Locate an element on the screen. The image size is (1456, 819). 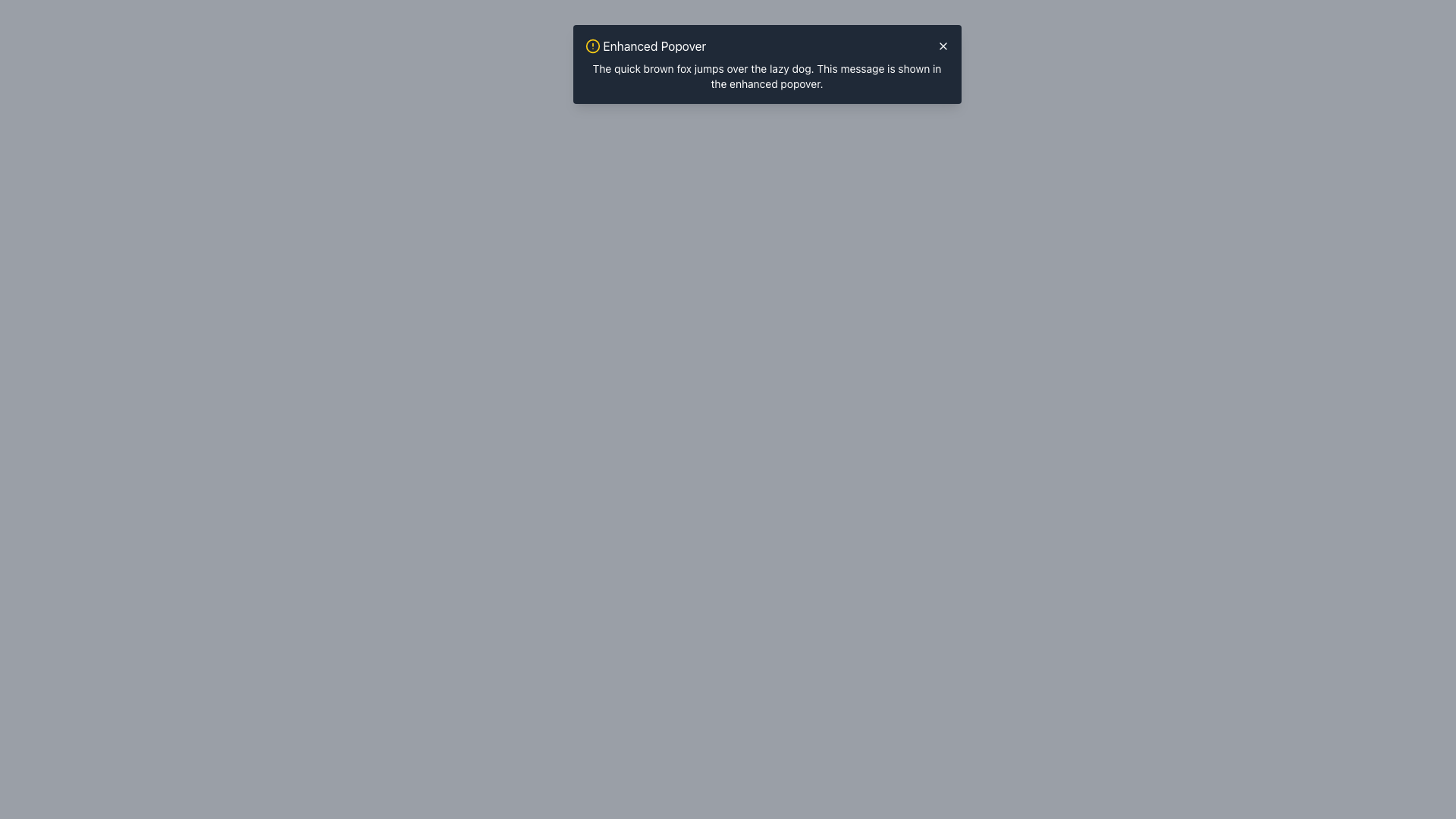
the close button located in the upper-right corner of the popover header, to the right of the text 'Enhanced Popover' is located at coordinates (942, 45).